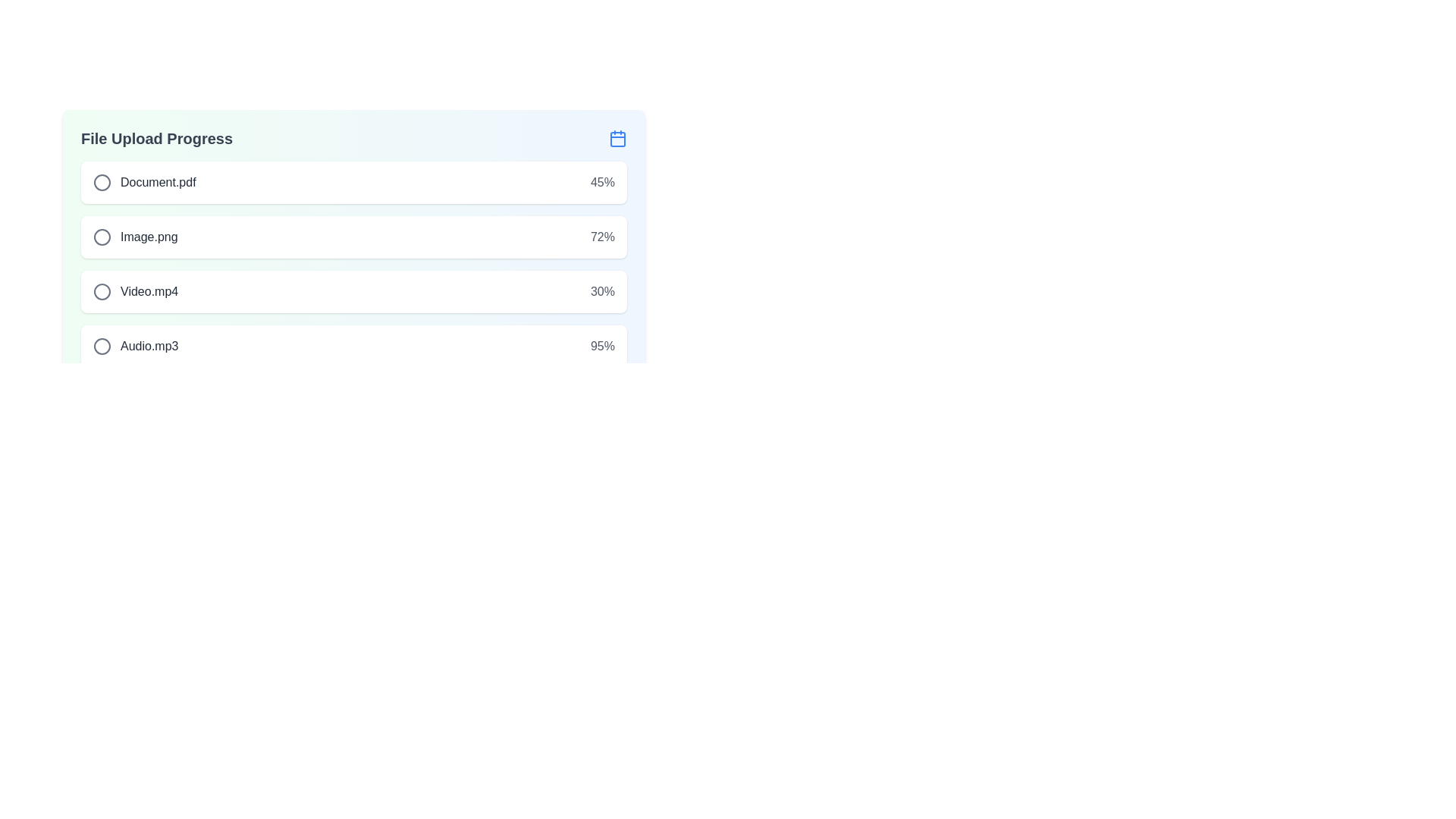  What do you see at coordinates (149, 346) in the screenshot?
I see `text label displaying the filename 'Audio.mp3' styled in bold dark gray font, which is the last file in the list of a file upload progress tracker interface` at bounding box center [149, 346].